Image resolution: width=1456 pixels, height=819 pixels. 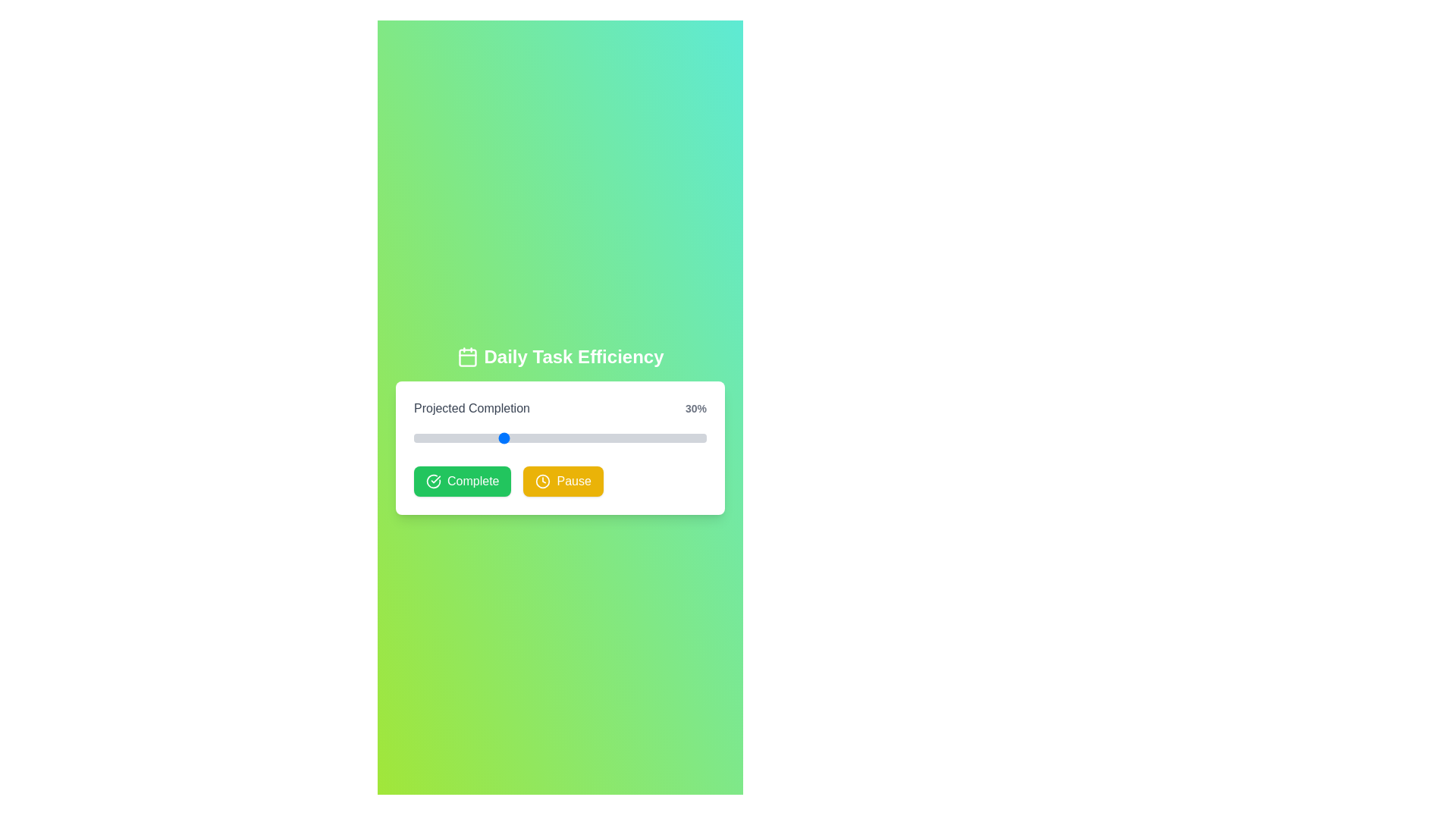 I want to click on the progress slider to 17%, so click(x=463, y=438).